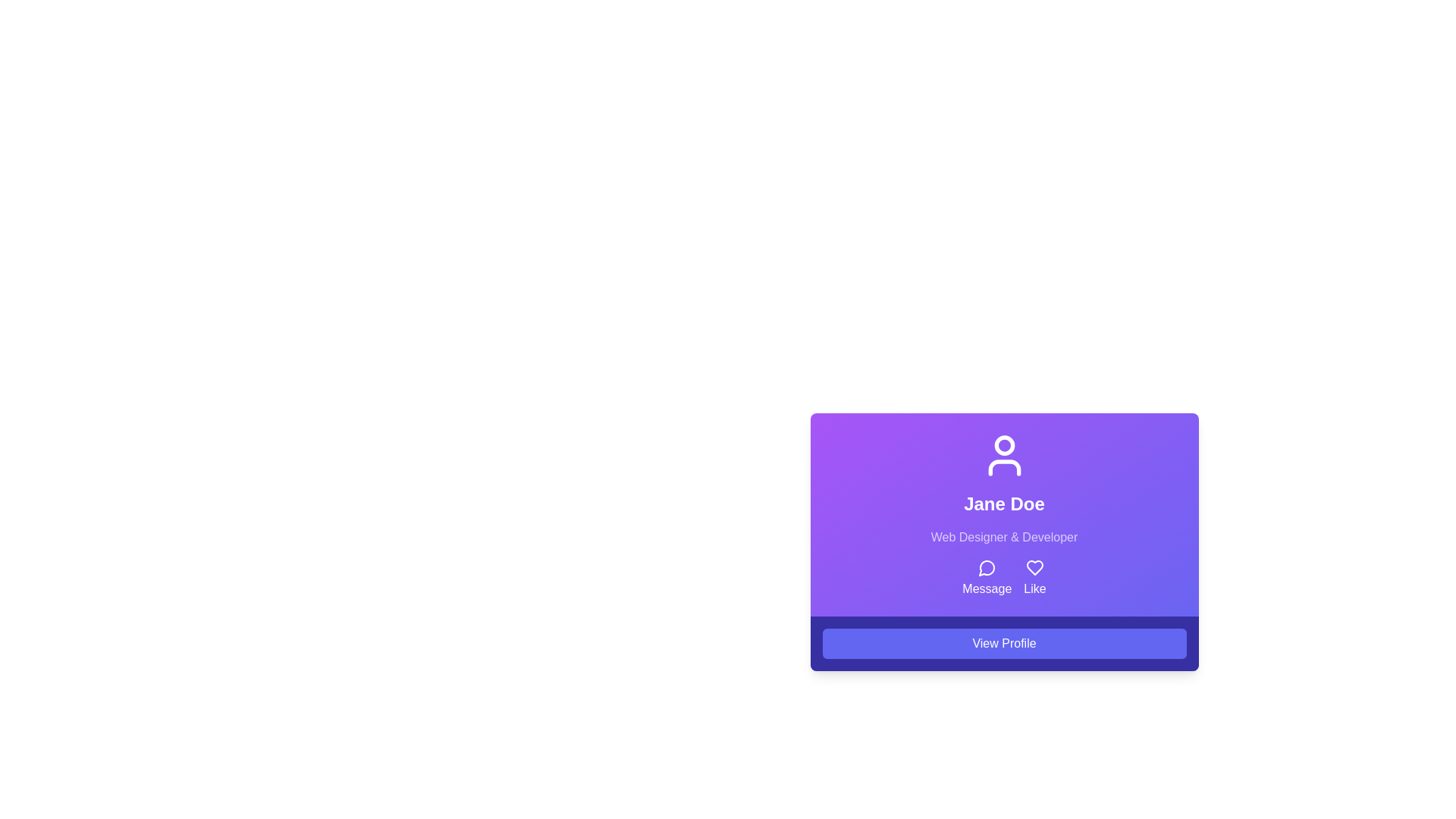 This screenshot has height=819, width=1456. What do you see at coordinates (1004, 455) in the screenshot?
I see `the user silhouette icon located at the top center of the profile card layout, which is styled with a white fill against a purple background` at bounding box center [1004, 455].